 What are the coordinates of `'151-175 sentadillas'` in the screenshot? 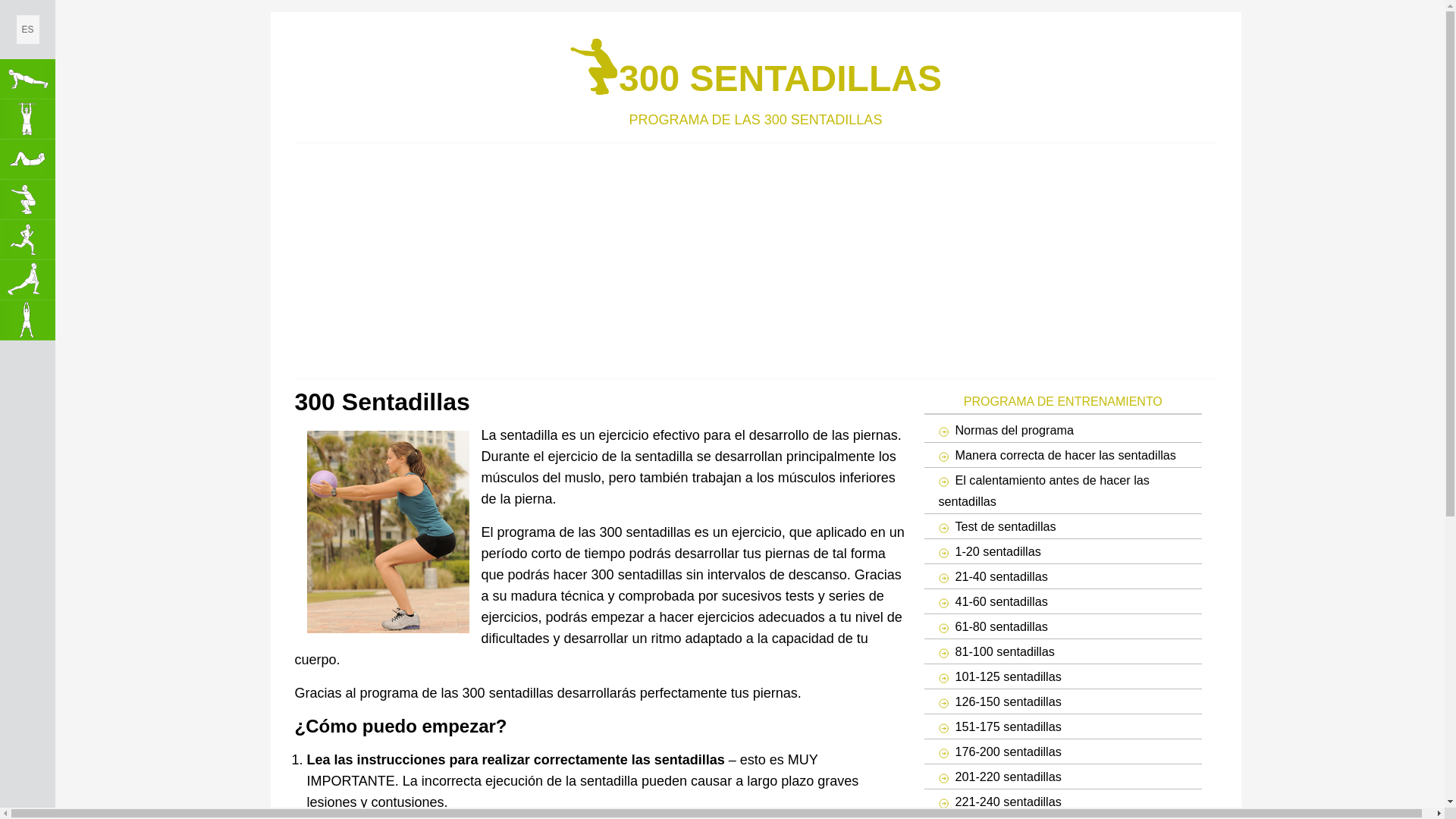 It's located at (1062, 725).